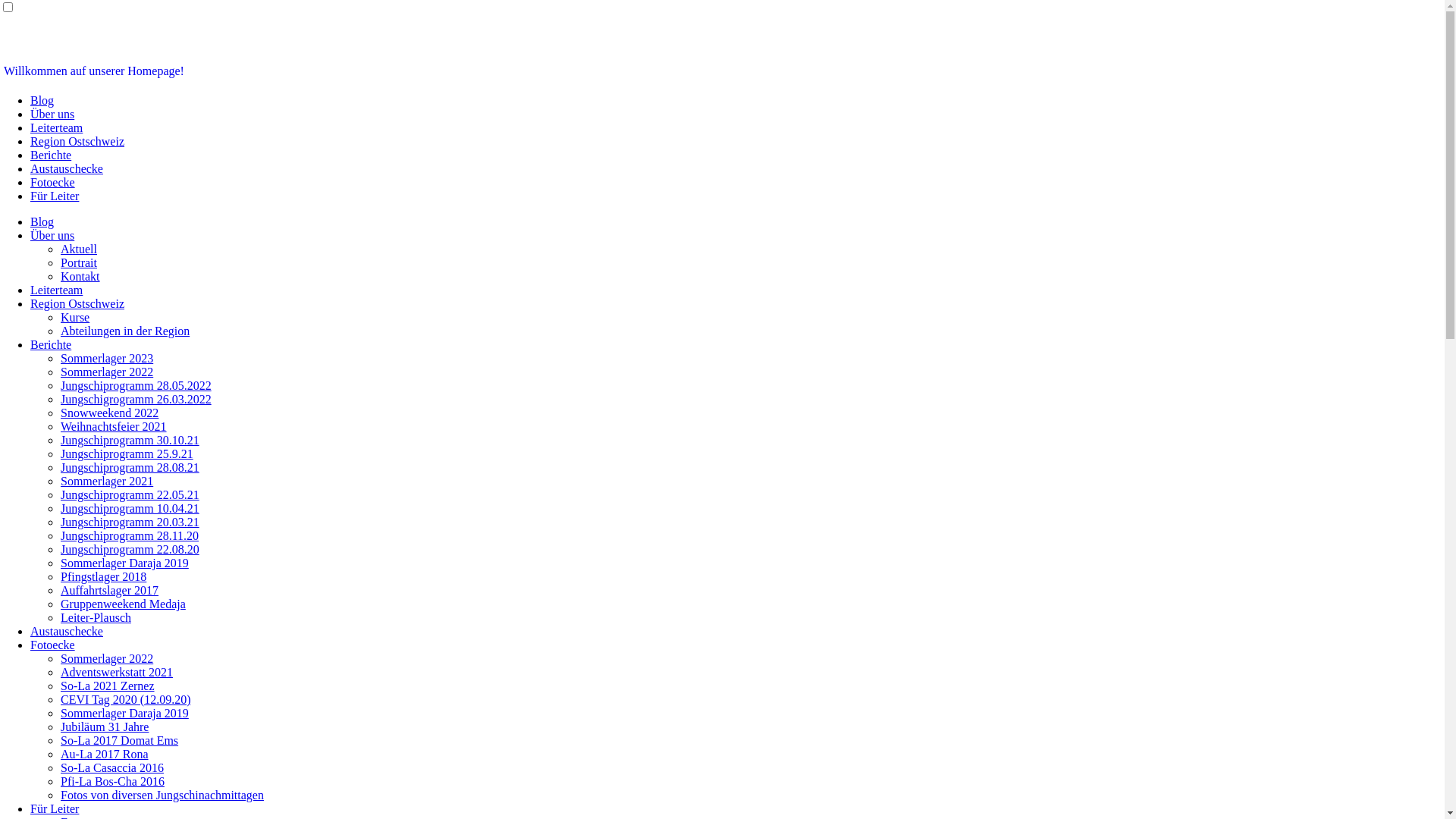 The width and height of the screenshot is (1456, 819). Describe the element at coordinates (65, 168) in the screenshot. I see `'Austauschecke'` at that location.